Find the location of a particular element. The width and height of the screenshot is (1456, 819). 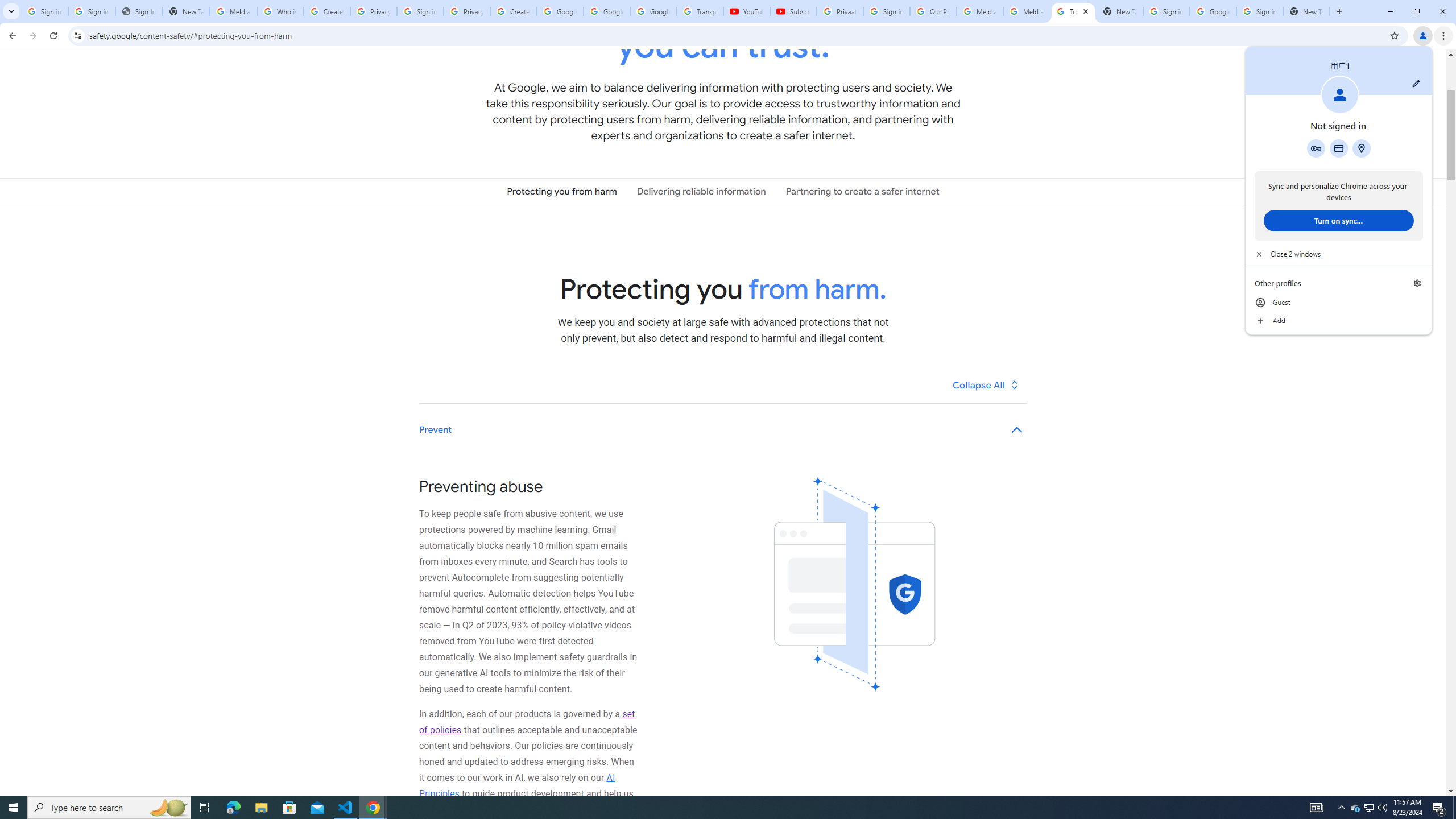

'Add' is located at coordinates (1338, 320).